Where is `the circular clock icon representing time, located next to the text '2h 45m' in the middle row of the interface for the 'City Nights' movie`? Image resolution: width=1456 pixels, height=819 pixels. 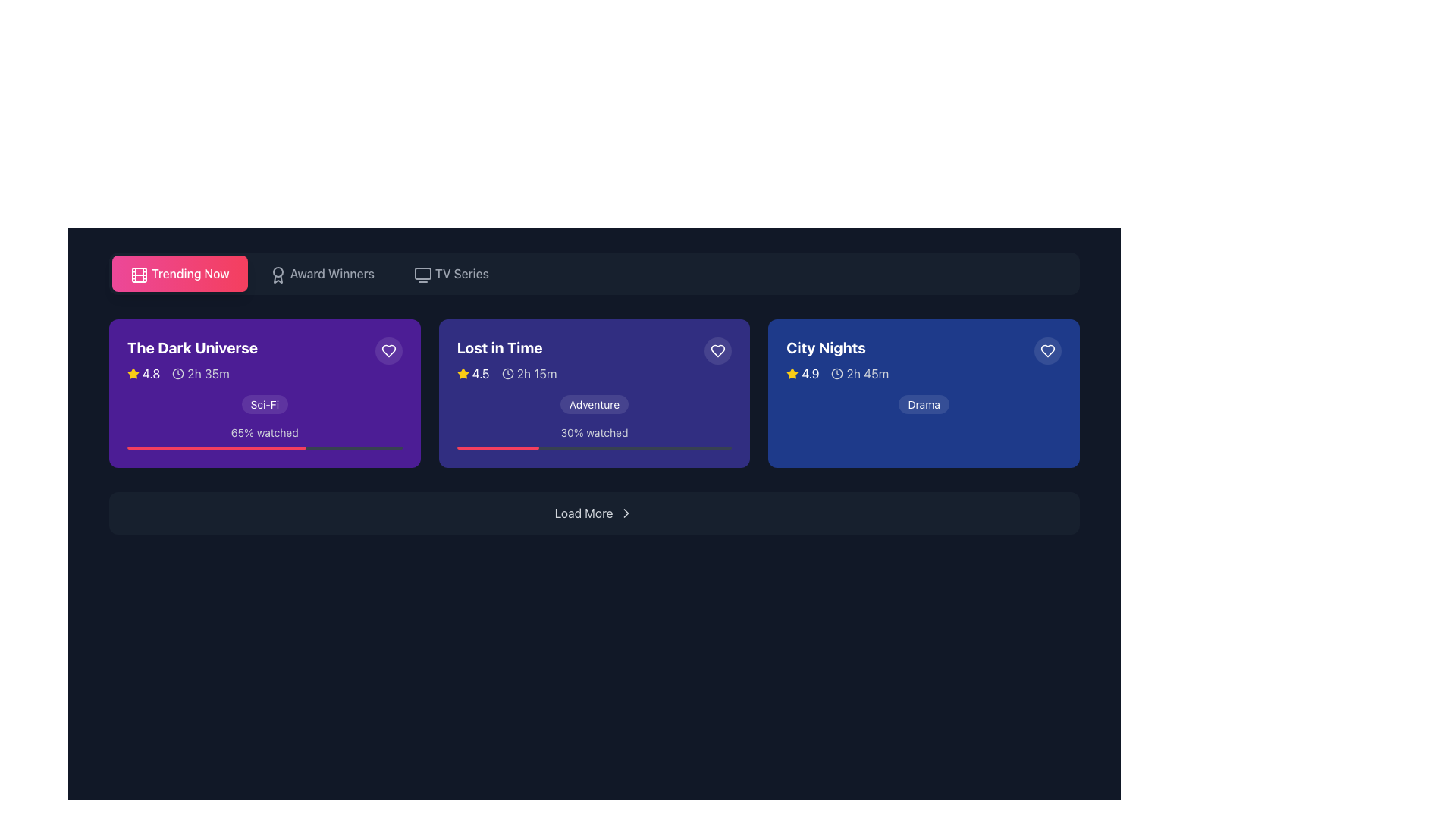 the circular clock icon representing time, located next to the text '2h 45m' in the middle row of the interface for the 'City Nights' movie is located at coordinates (836, 374).